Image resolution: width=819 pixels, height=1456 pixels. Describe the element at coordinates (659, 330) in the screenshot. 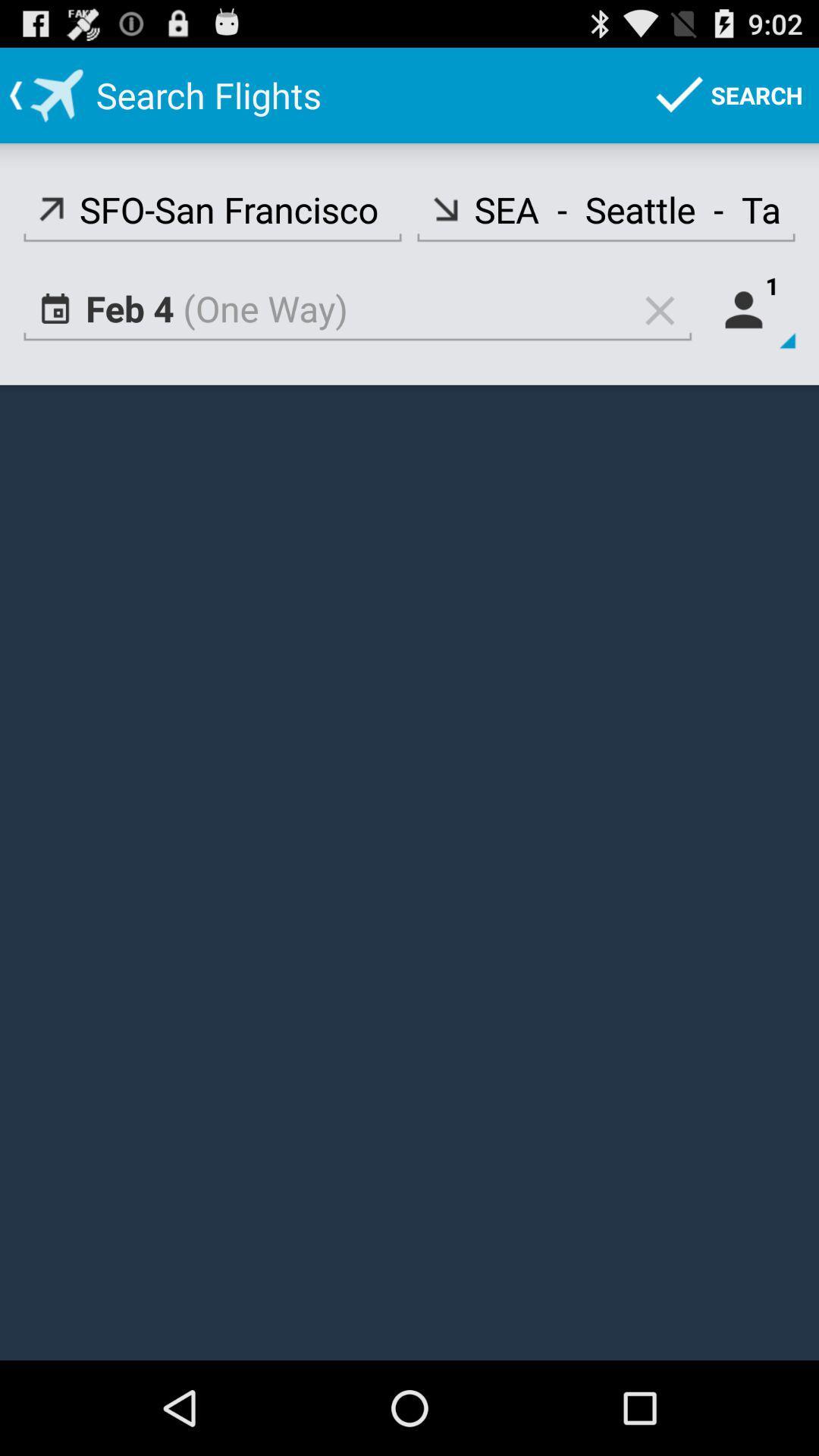

I see `the close icon` at that location.